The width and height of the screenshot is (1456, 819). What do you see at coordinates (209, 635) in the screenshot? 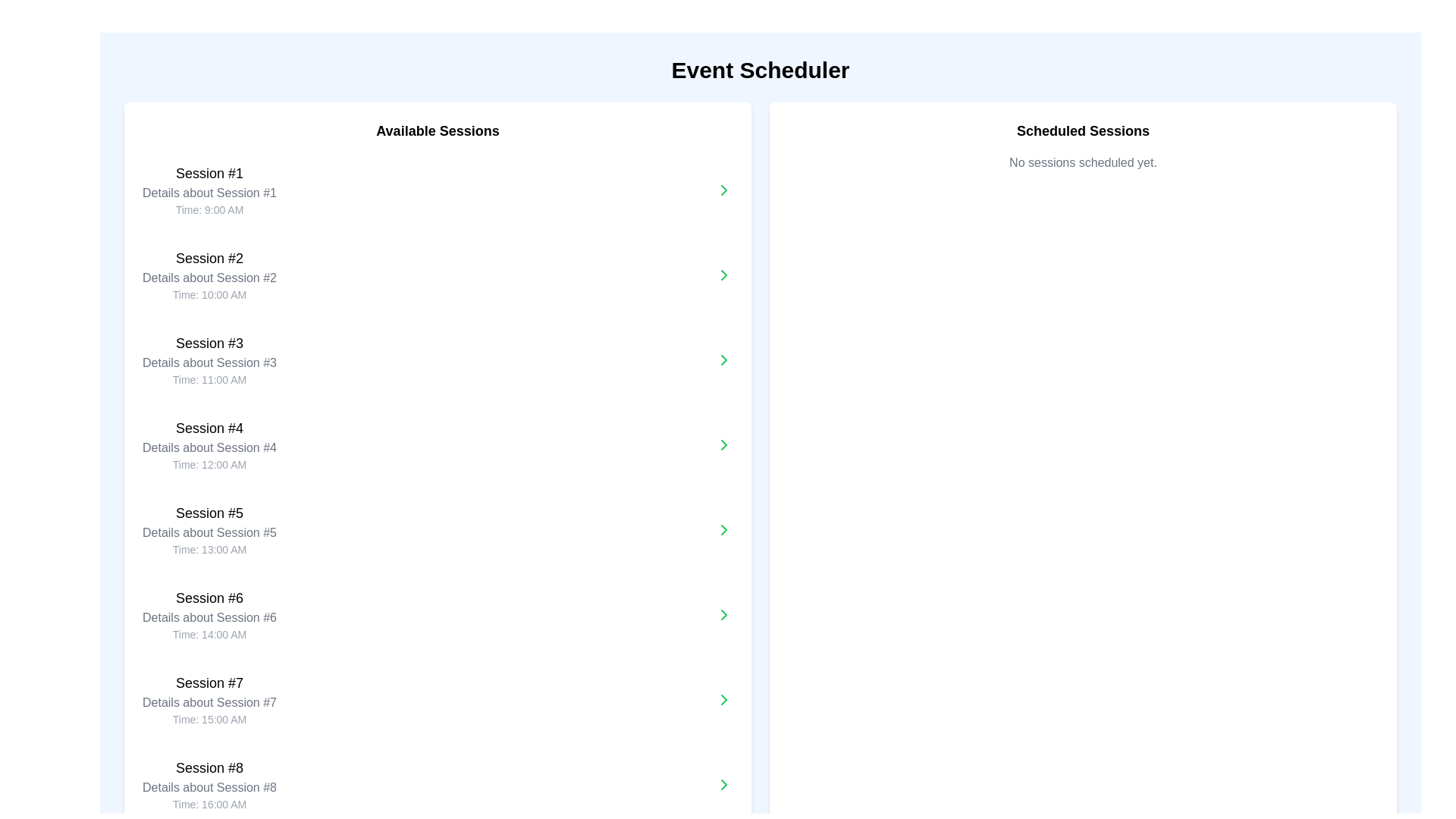
I see `the Text Label that displays the session time '14:00 AM' located under the title 'Session #6' in the 'Available Sessions' column` at bounding box center [209, 635].